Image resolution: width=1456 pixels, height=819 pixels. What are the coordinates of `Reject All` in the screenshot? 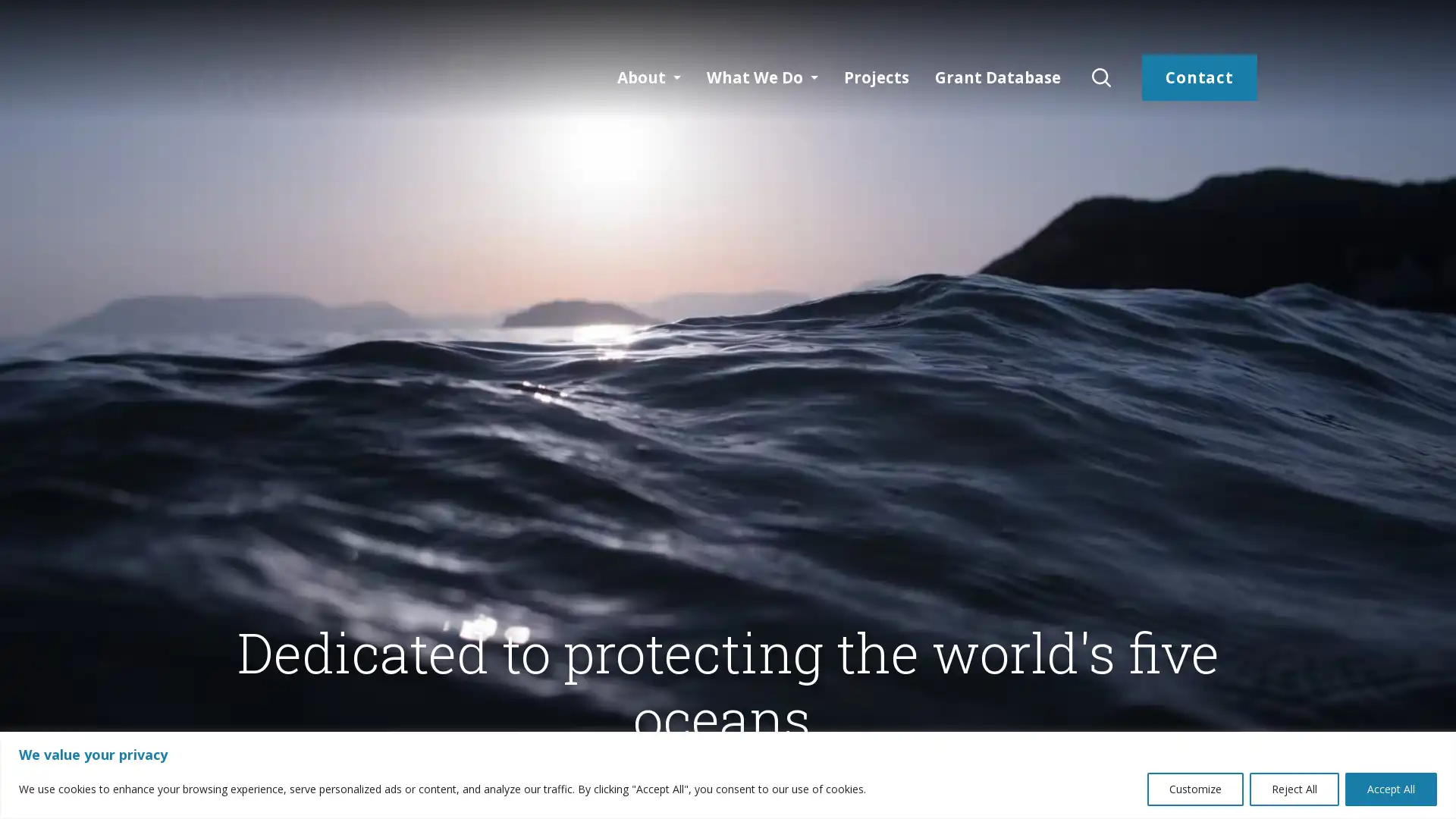 It's located at (1294, 788).